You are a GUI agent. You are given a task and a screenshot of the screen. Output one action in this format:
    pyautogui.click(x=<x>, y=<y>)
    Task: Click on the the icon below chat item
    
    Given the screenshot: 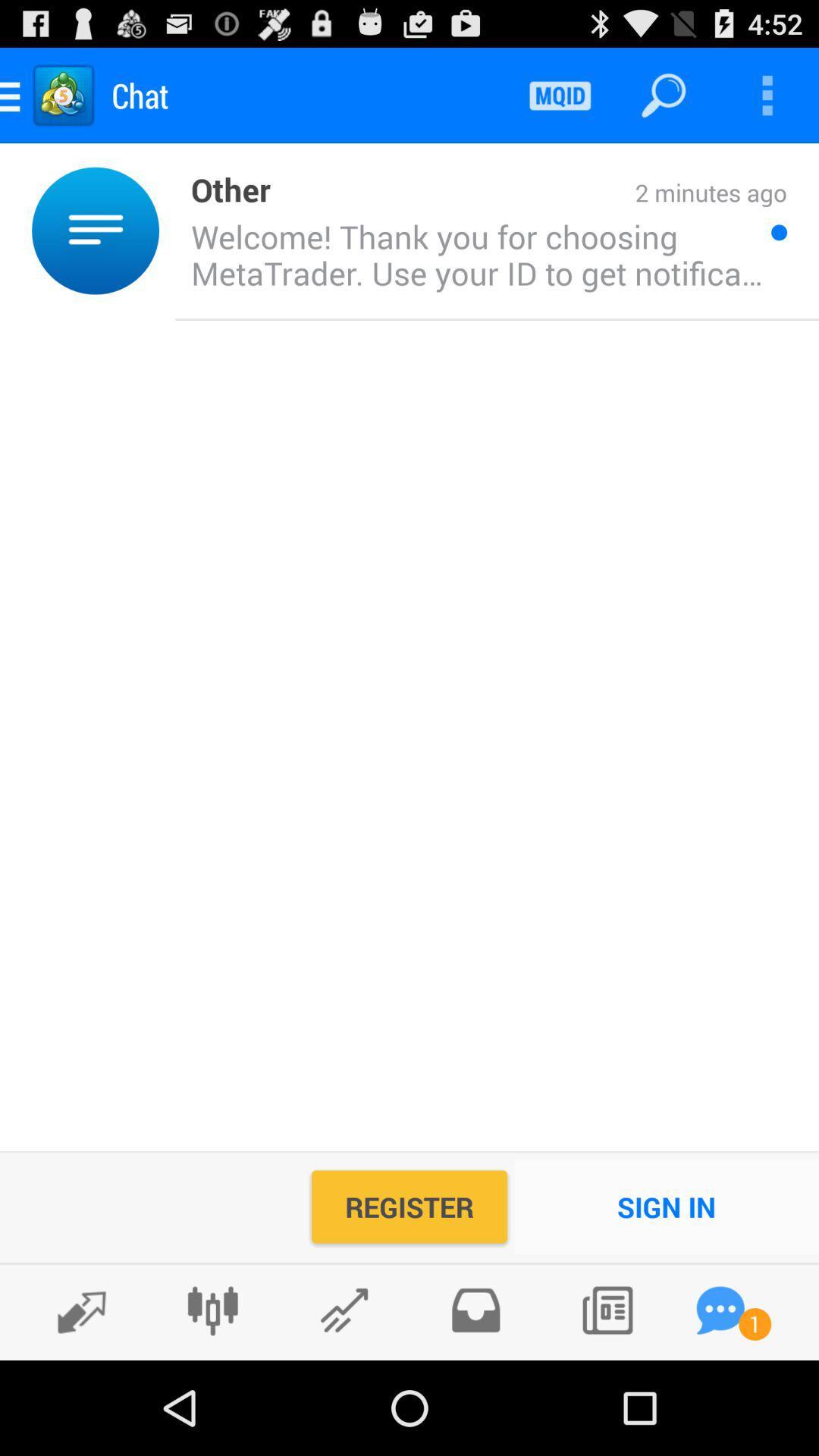 What is the action you would take?
    pyautogui.click(x=167, y=230)
    